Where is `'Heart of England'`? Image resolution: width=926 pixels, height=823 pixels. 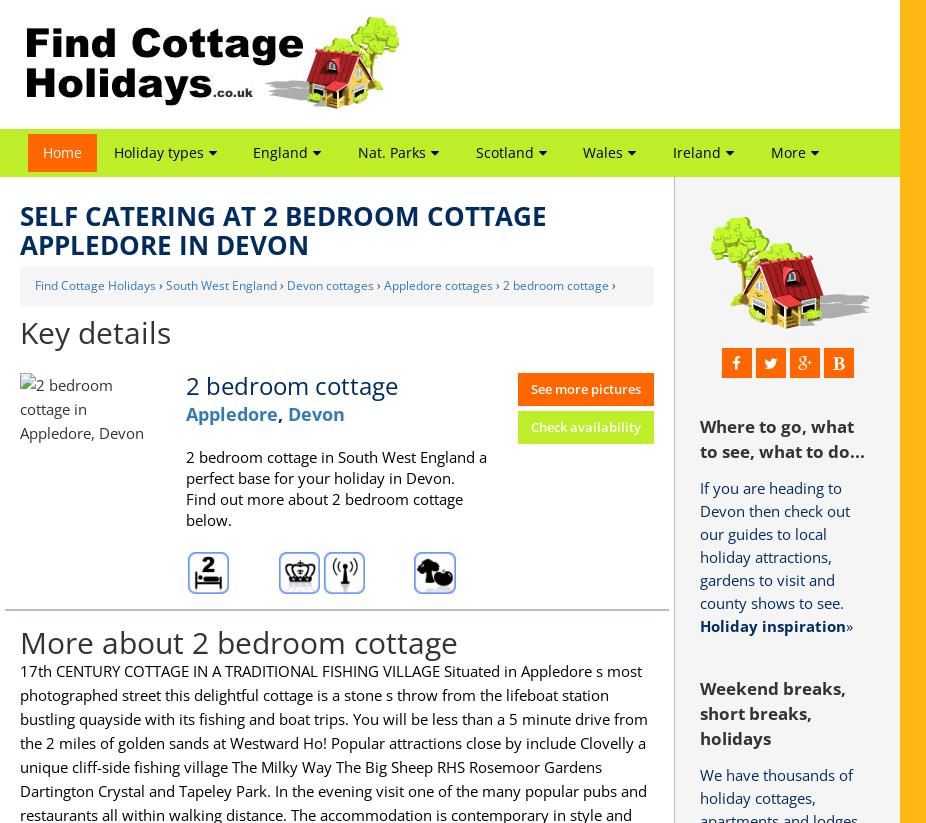 'Heart of England' is located at coordinates (300, 292).